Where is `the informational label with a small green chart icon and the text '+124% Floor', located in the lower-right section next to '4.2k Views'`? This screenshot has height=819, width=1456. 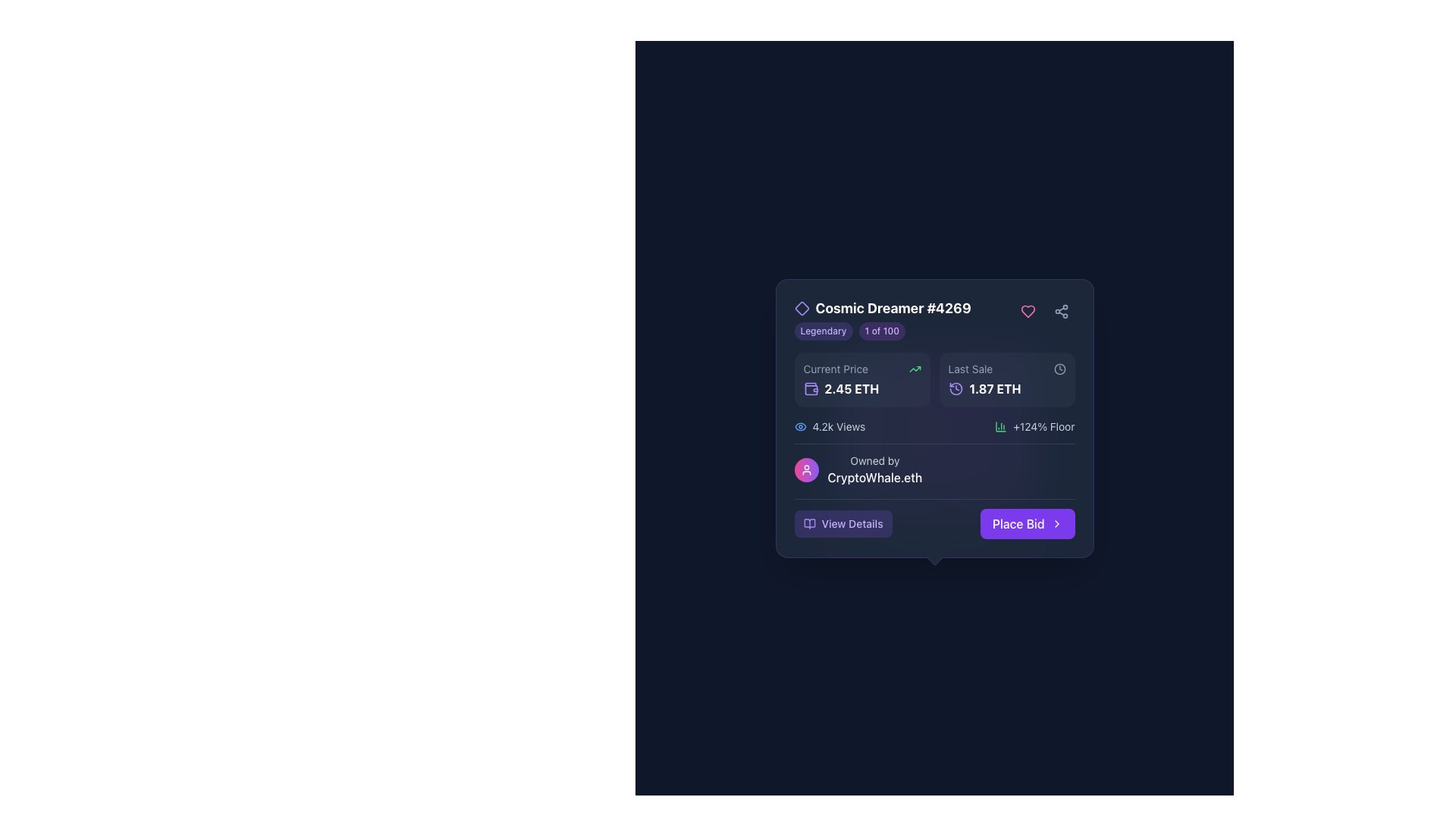
the informational label with a small green chart icon and the text '+124% Floor', located in the lower-right section next to '4.2k Views' is located at coordinates (1034, 427).